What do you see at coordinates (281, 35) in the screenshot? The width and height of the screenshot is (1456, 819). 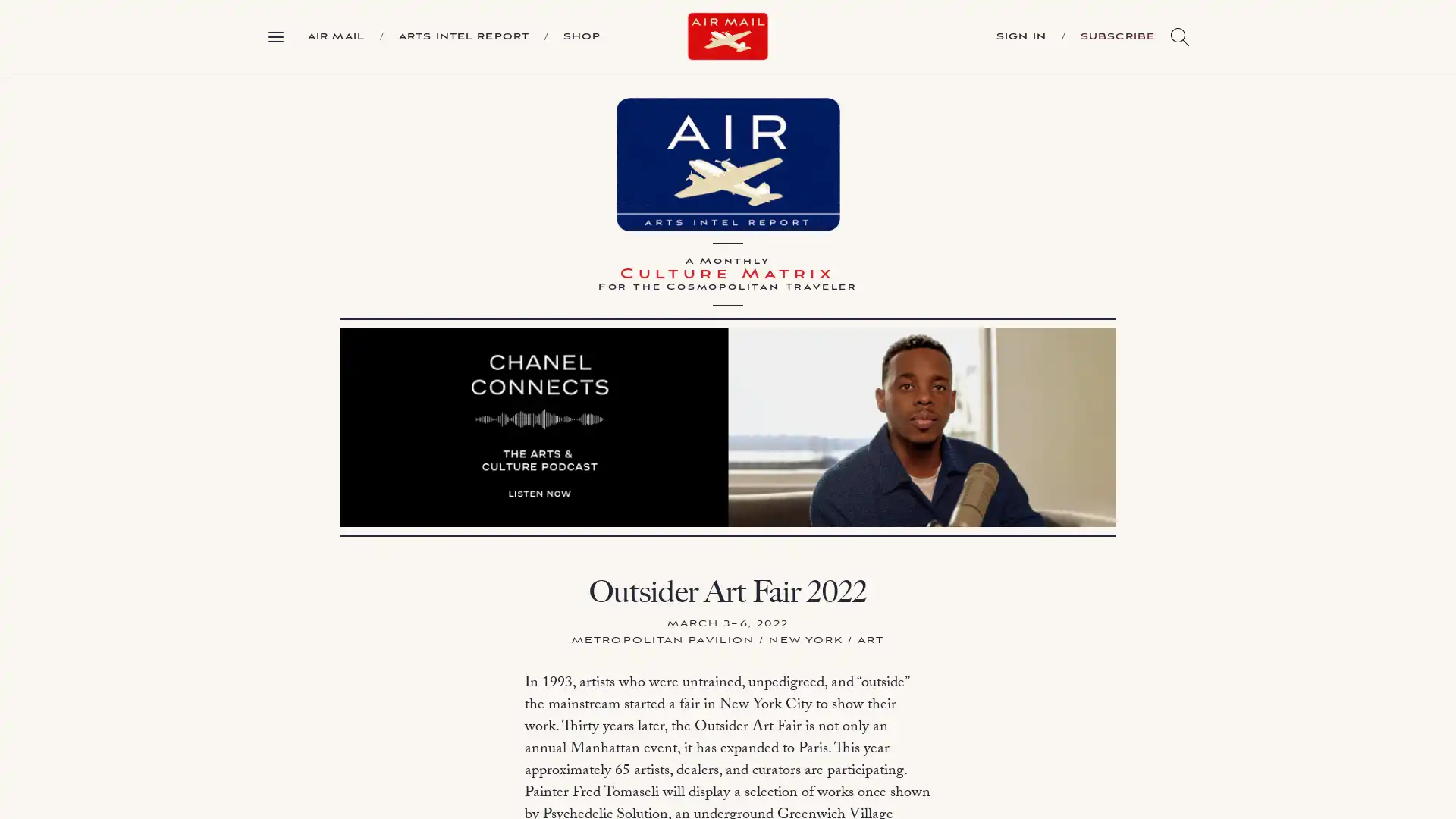 I see `Menu` at bounding box center [281, 35].